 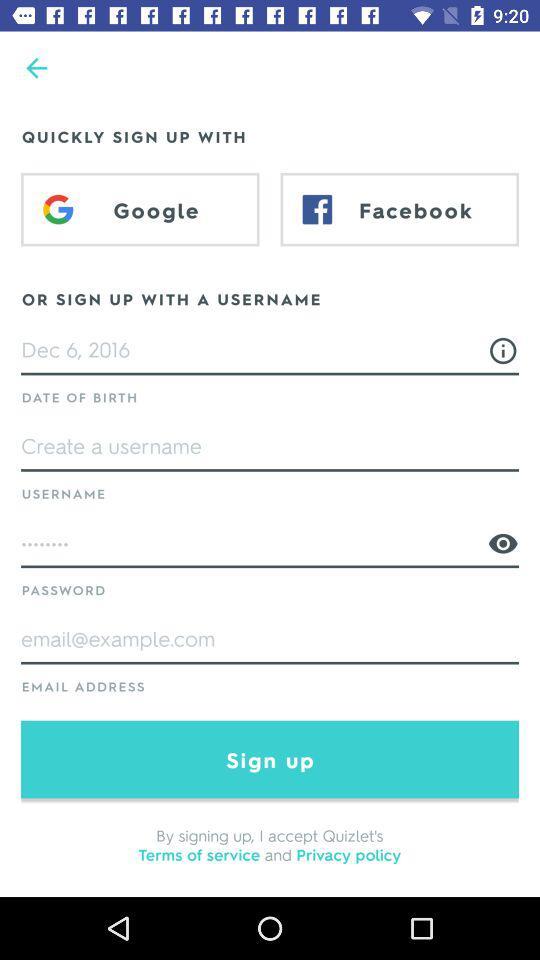 I want to click on icon above quickly sign up icon, so click(x=36, y=68).